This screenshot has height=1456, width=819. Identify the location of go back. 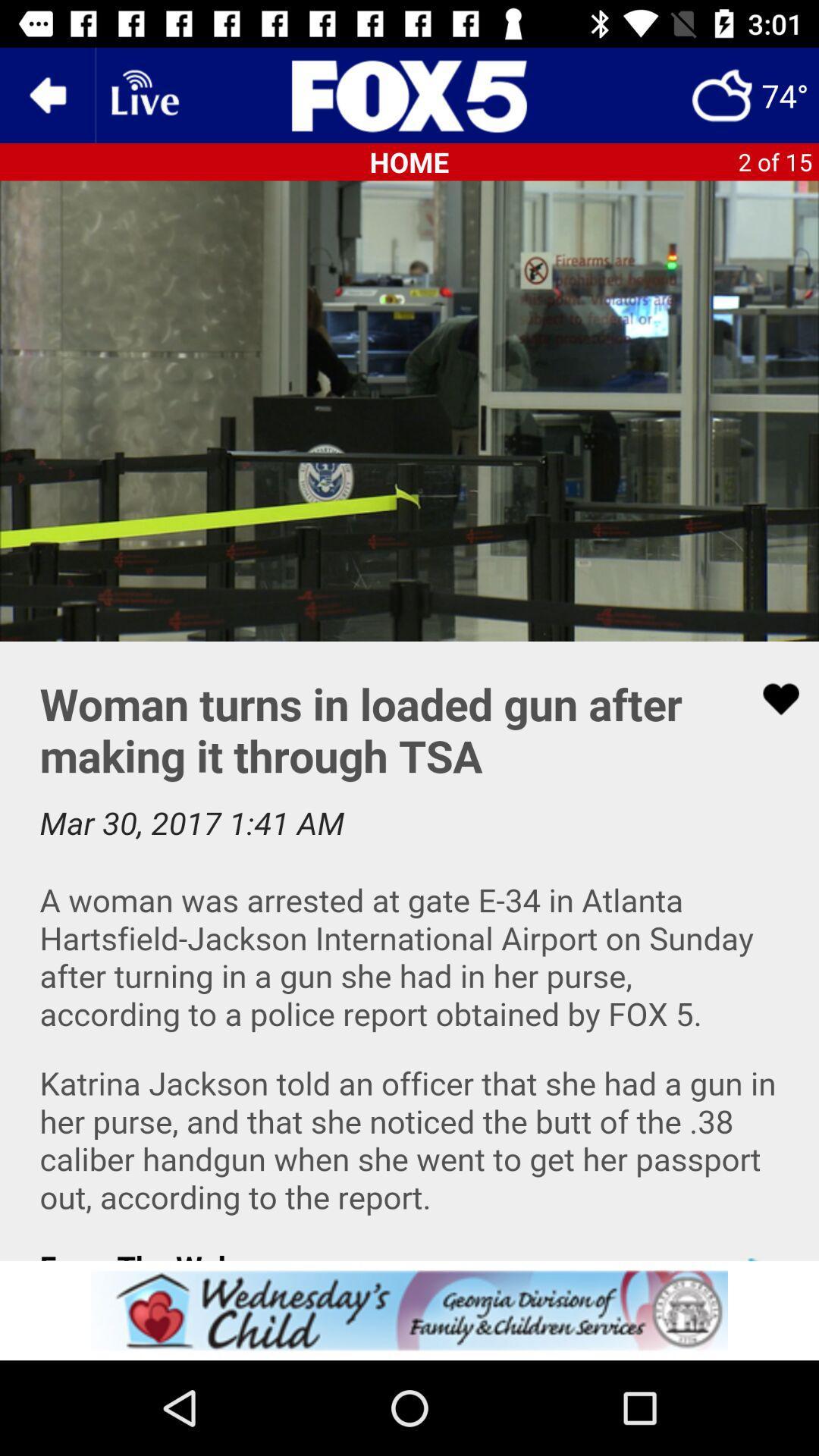
(46, 94).